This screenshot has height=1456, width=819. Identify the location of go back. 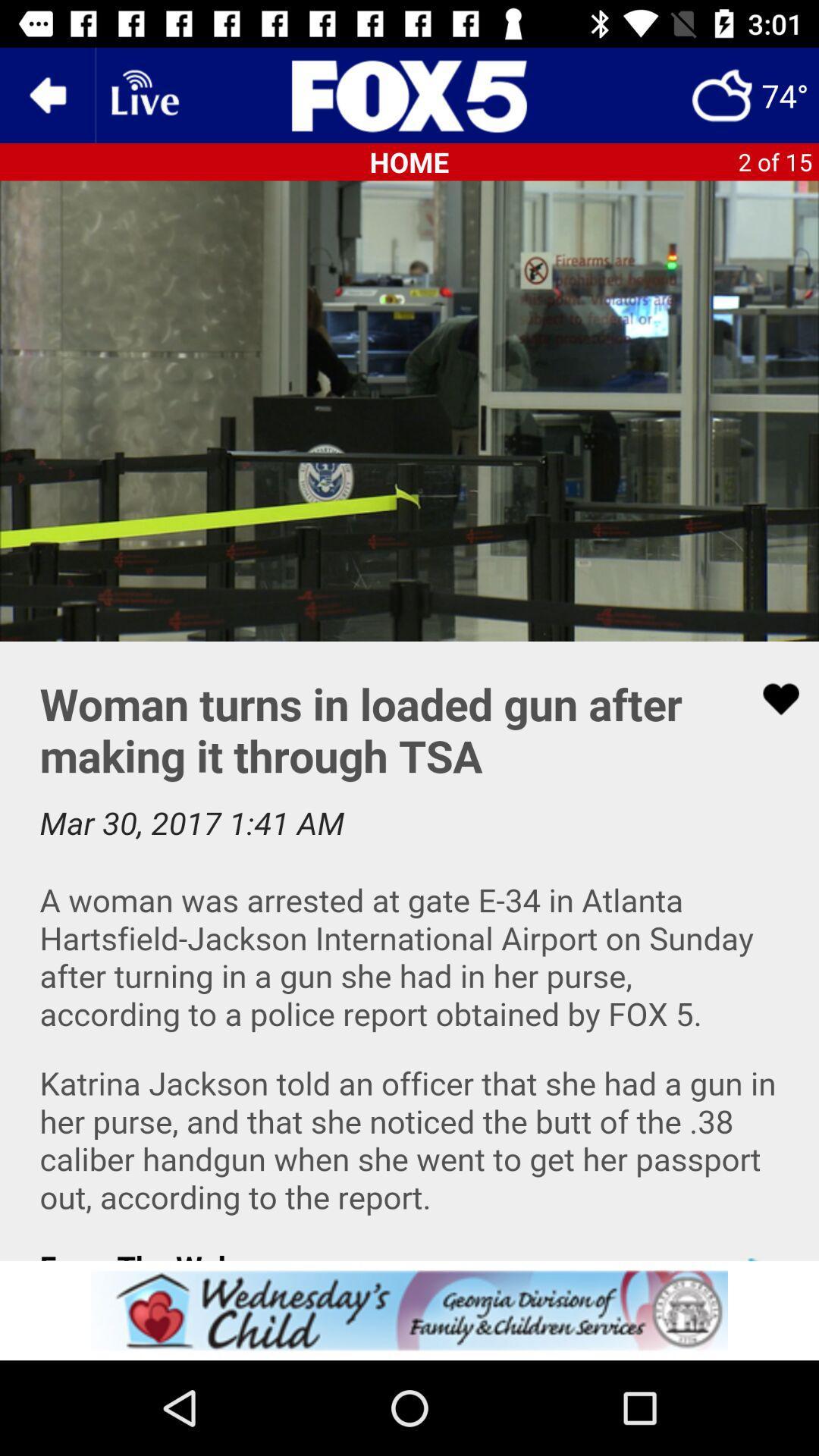
(46, 94).